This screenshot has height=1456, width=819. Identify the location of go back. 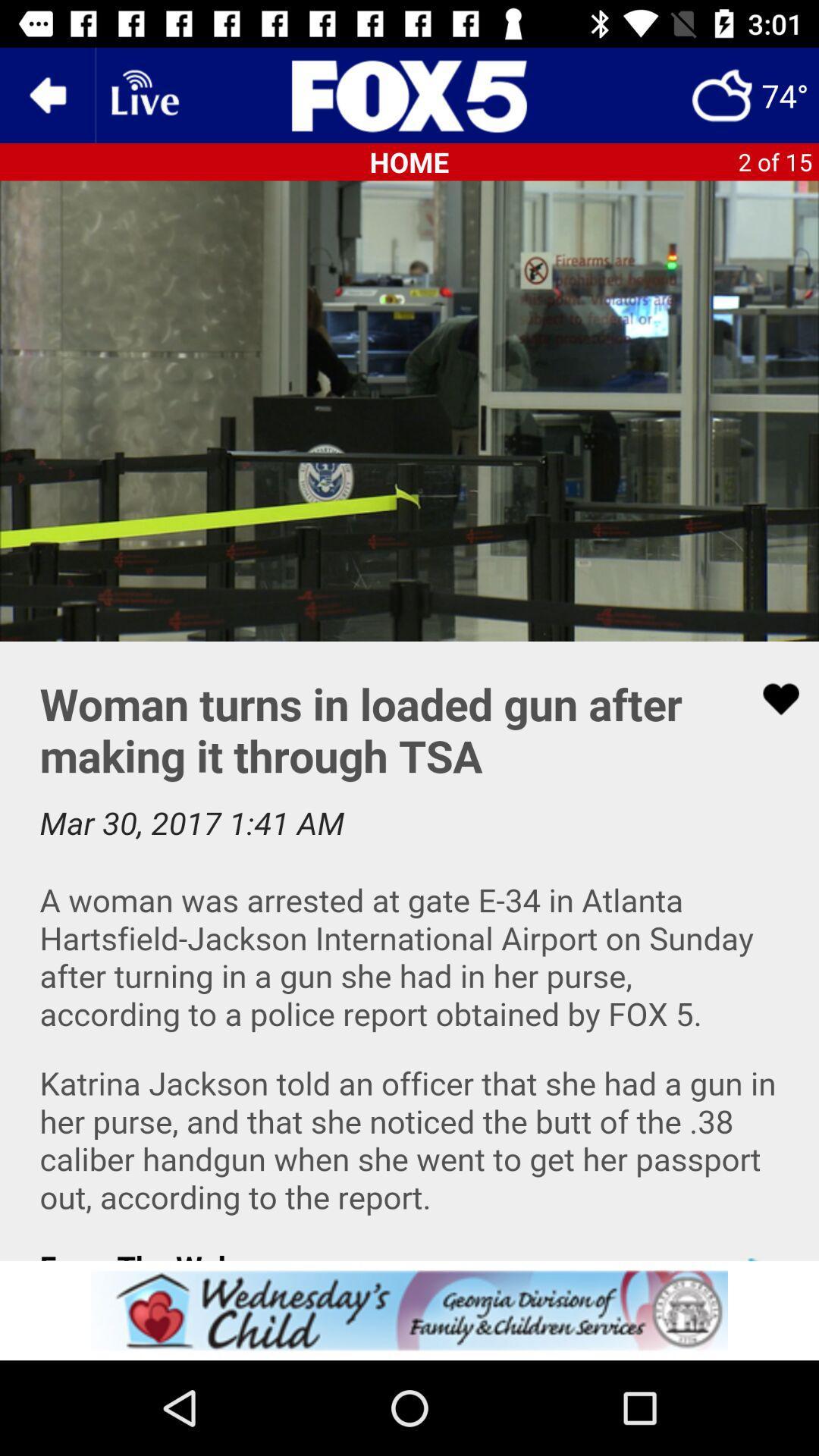
(46, 94).